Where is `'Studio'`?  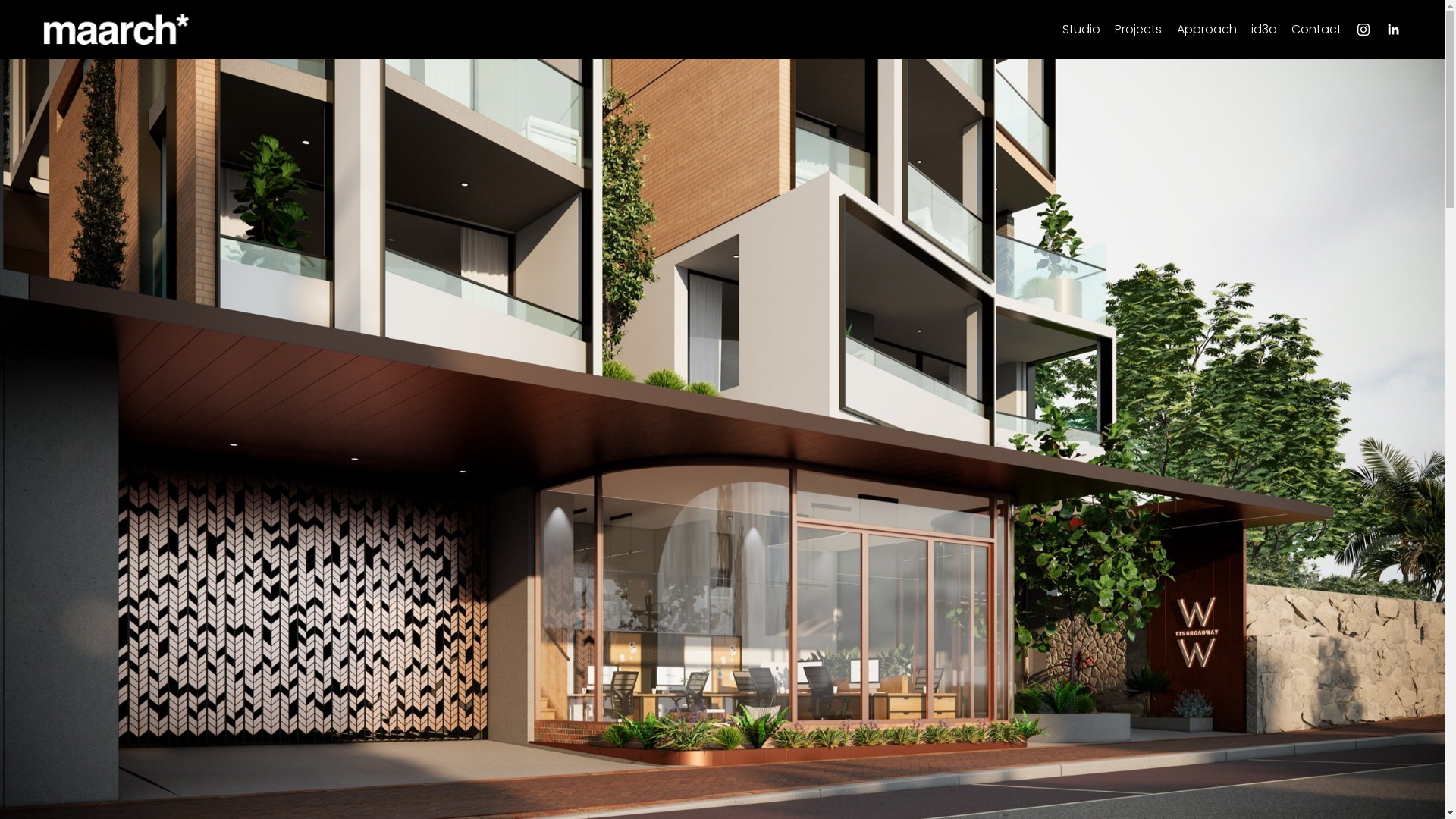
'Studio' is located at coordinates (1080, 29).